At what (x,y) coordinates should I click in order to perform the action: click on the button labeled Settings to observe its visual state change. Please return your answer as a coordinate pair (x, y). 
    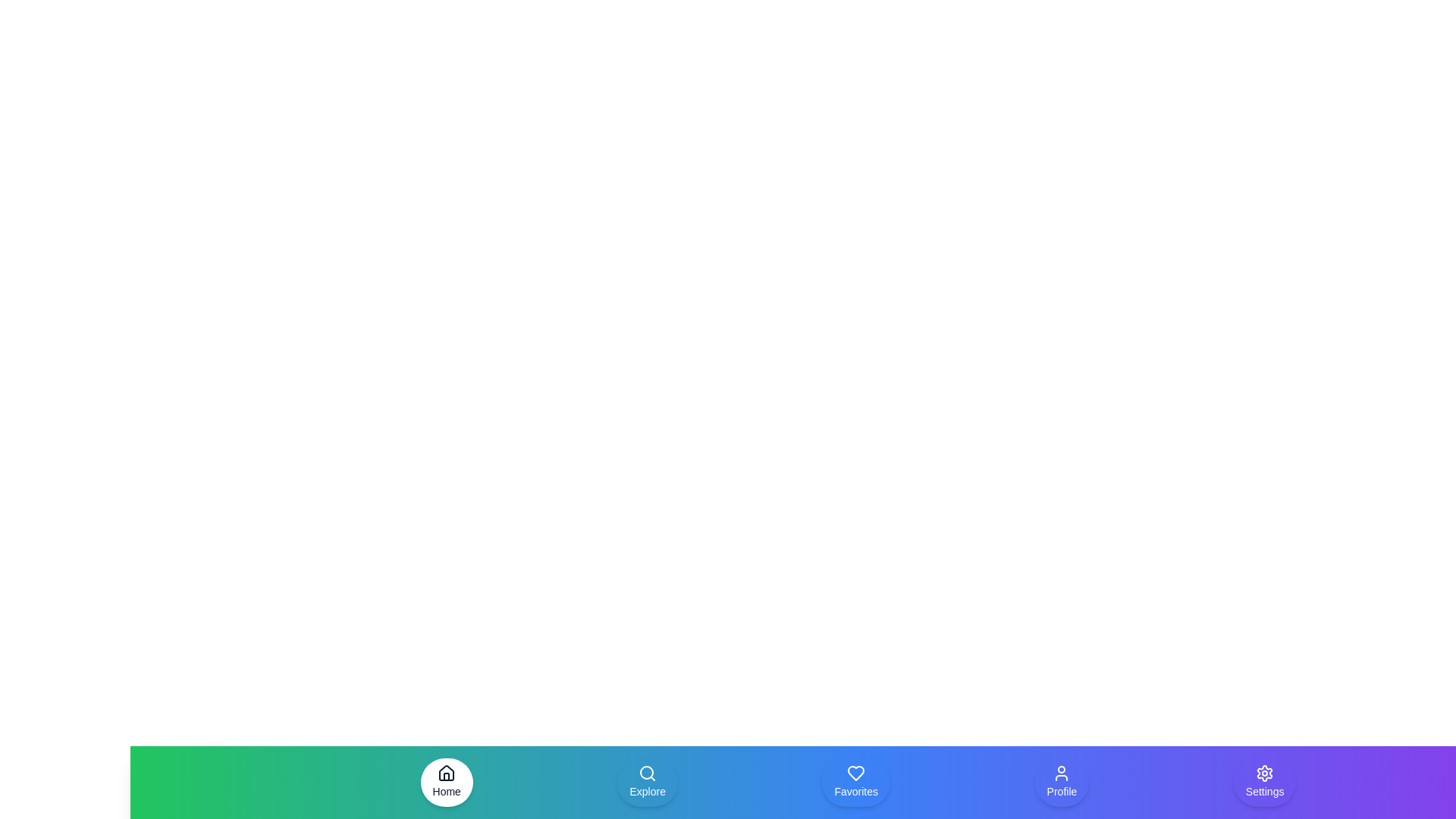
    Looking at the image, I should click on (1265, 783).